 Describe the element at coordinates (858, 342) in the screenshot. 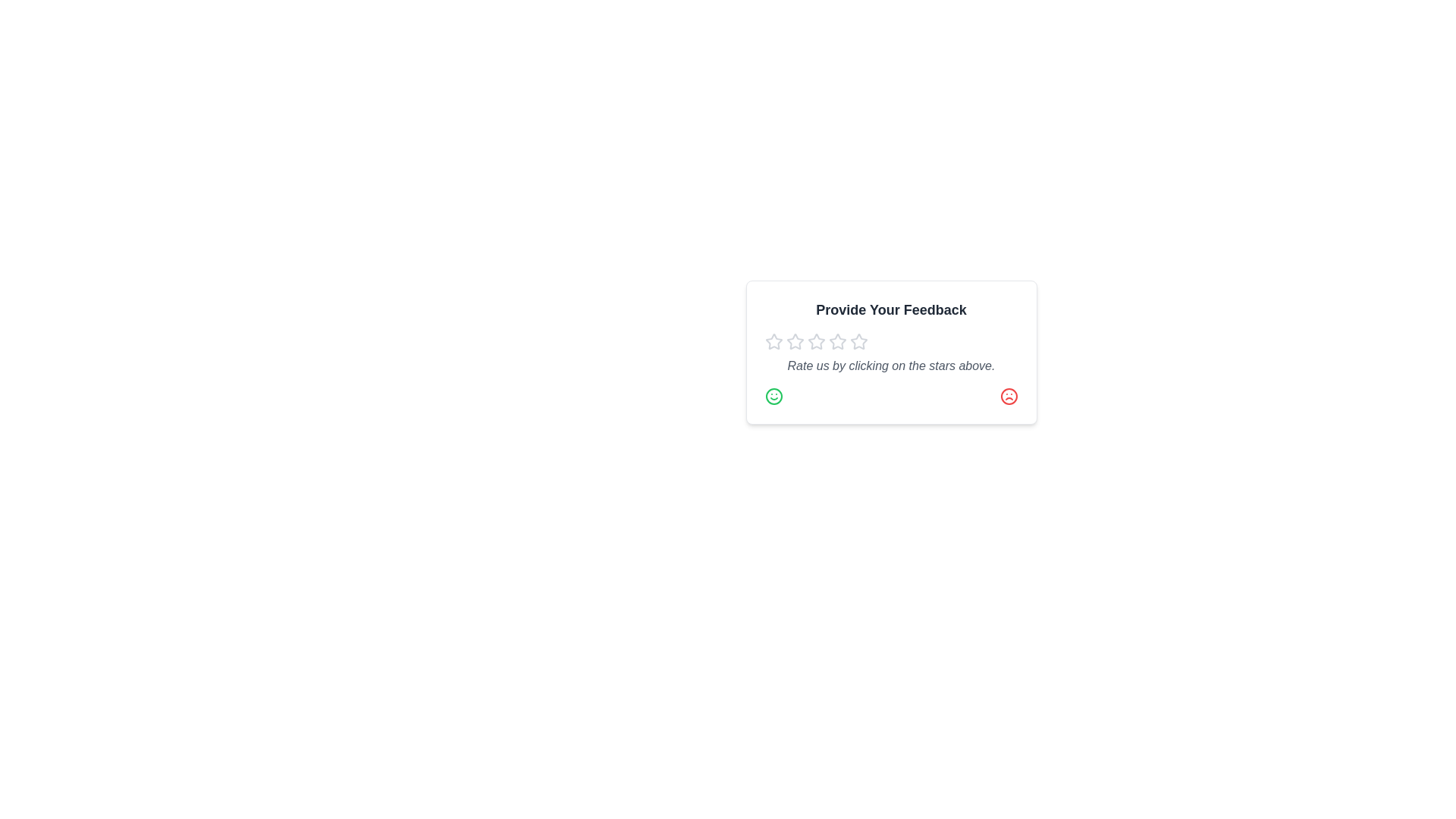

I see `the fifth star icon in the star rating interface` at that location.